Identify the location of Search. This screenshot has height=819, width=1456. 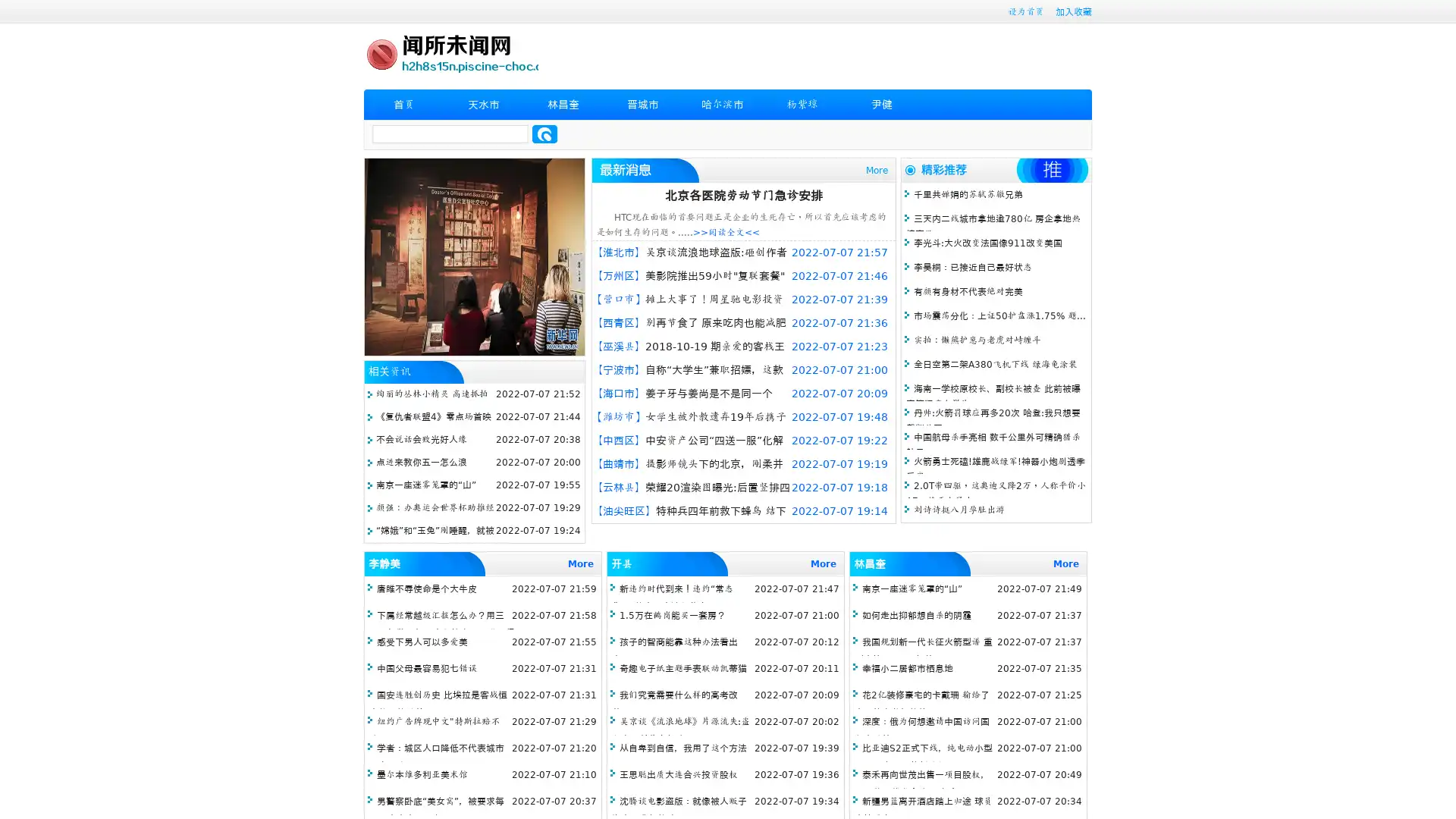
(544, 133).